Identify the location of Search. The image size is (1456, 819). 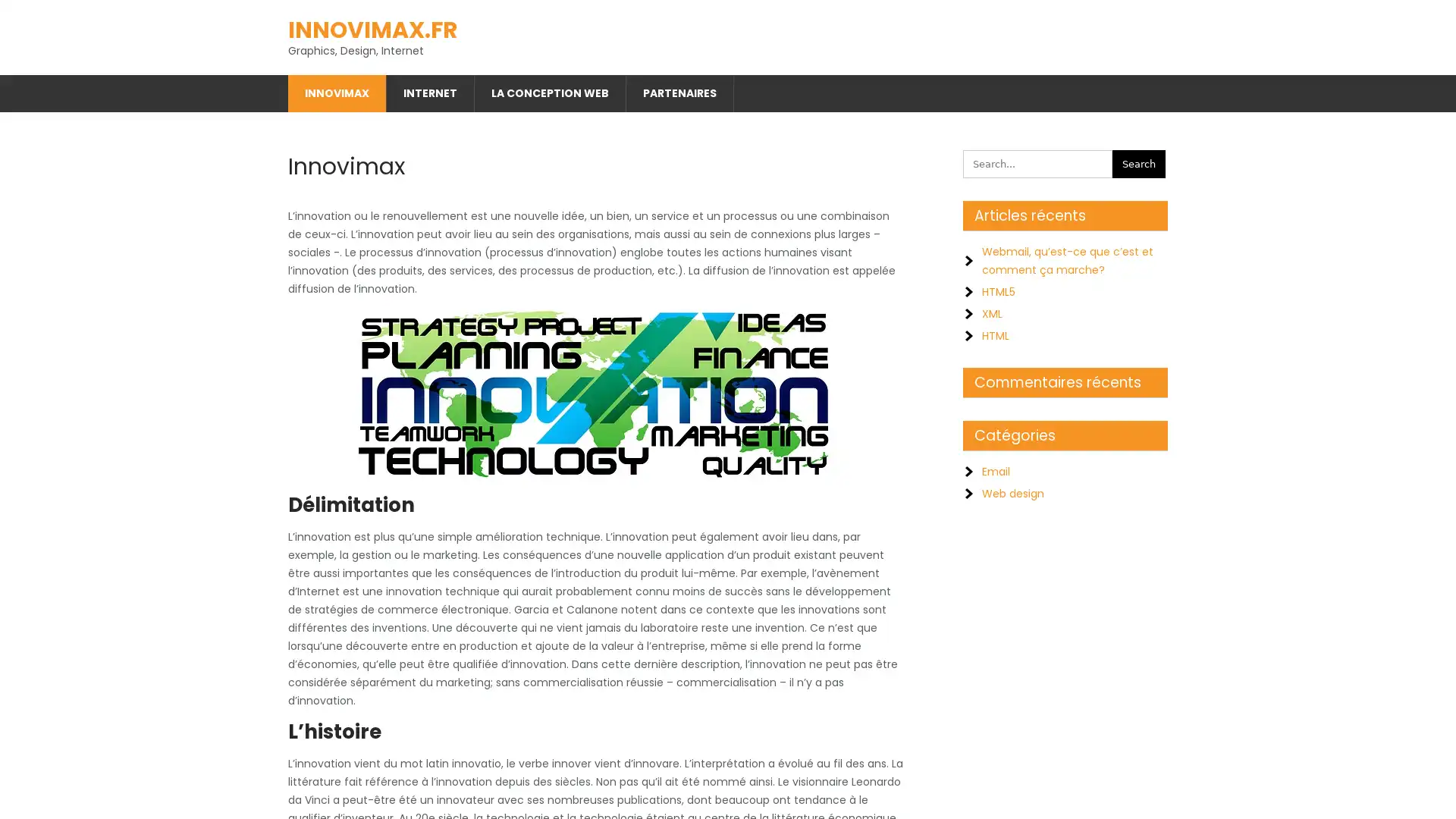
(1139, 160).